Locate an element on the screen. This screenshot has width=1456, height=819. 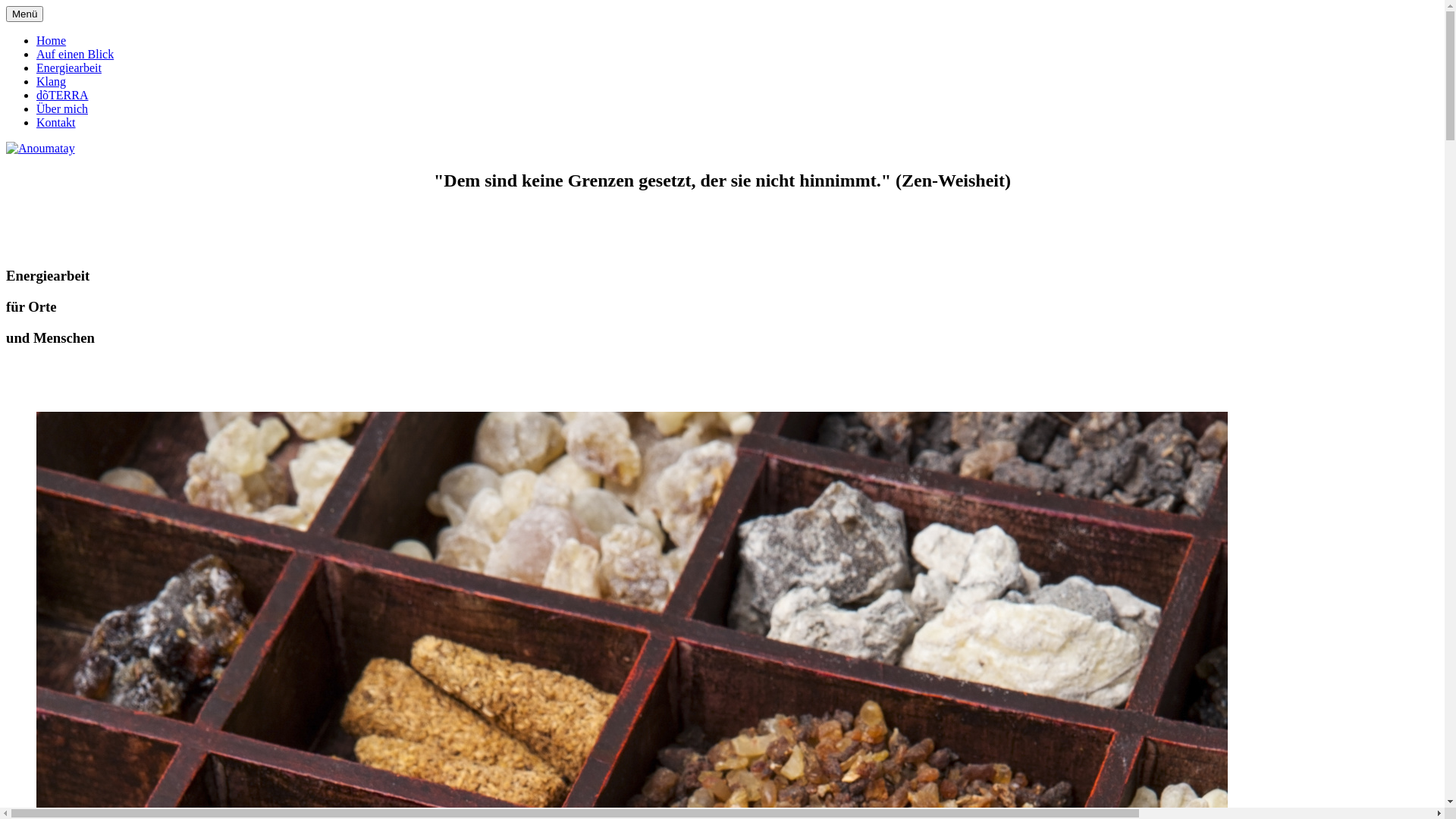
'Anoumatay' is located at coordinates (40, 149).